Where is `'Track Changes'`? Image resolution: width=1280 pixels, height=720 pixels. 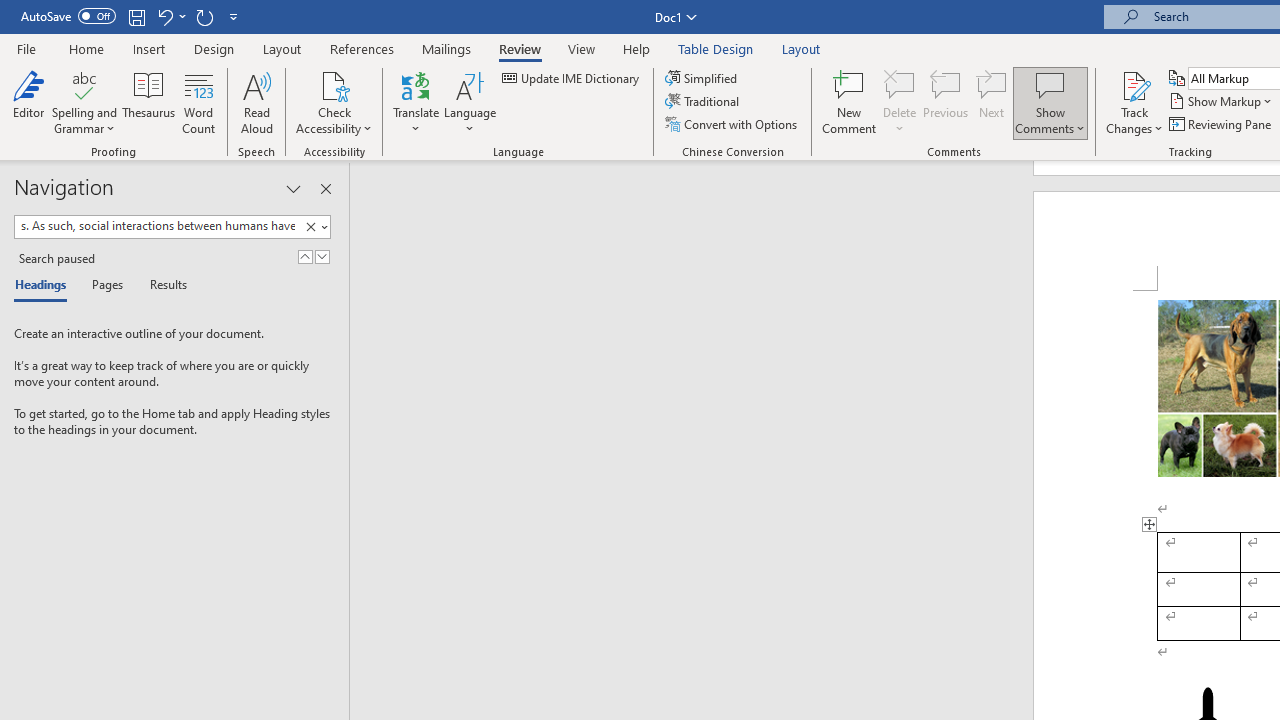 'Track Changes' is located at coordinates (1134, 84).